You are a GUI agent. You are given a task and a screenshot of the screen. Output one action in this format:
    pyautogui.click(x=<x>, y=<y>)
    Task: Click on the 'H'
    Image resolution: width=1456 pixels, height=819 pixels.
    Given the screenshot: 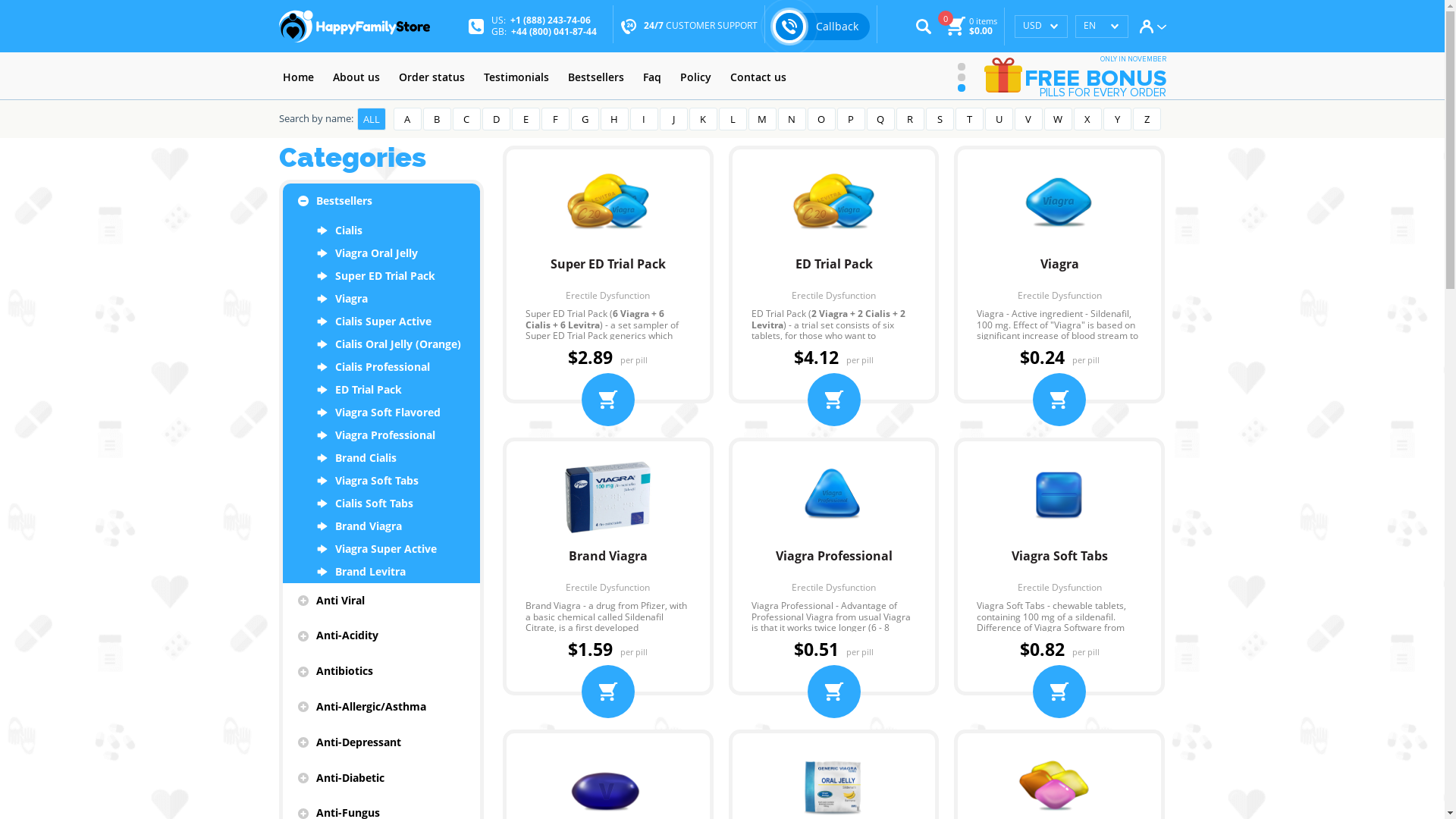 What is the action you would take?
    pyautogui.click(x=614, y=118)
    